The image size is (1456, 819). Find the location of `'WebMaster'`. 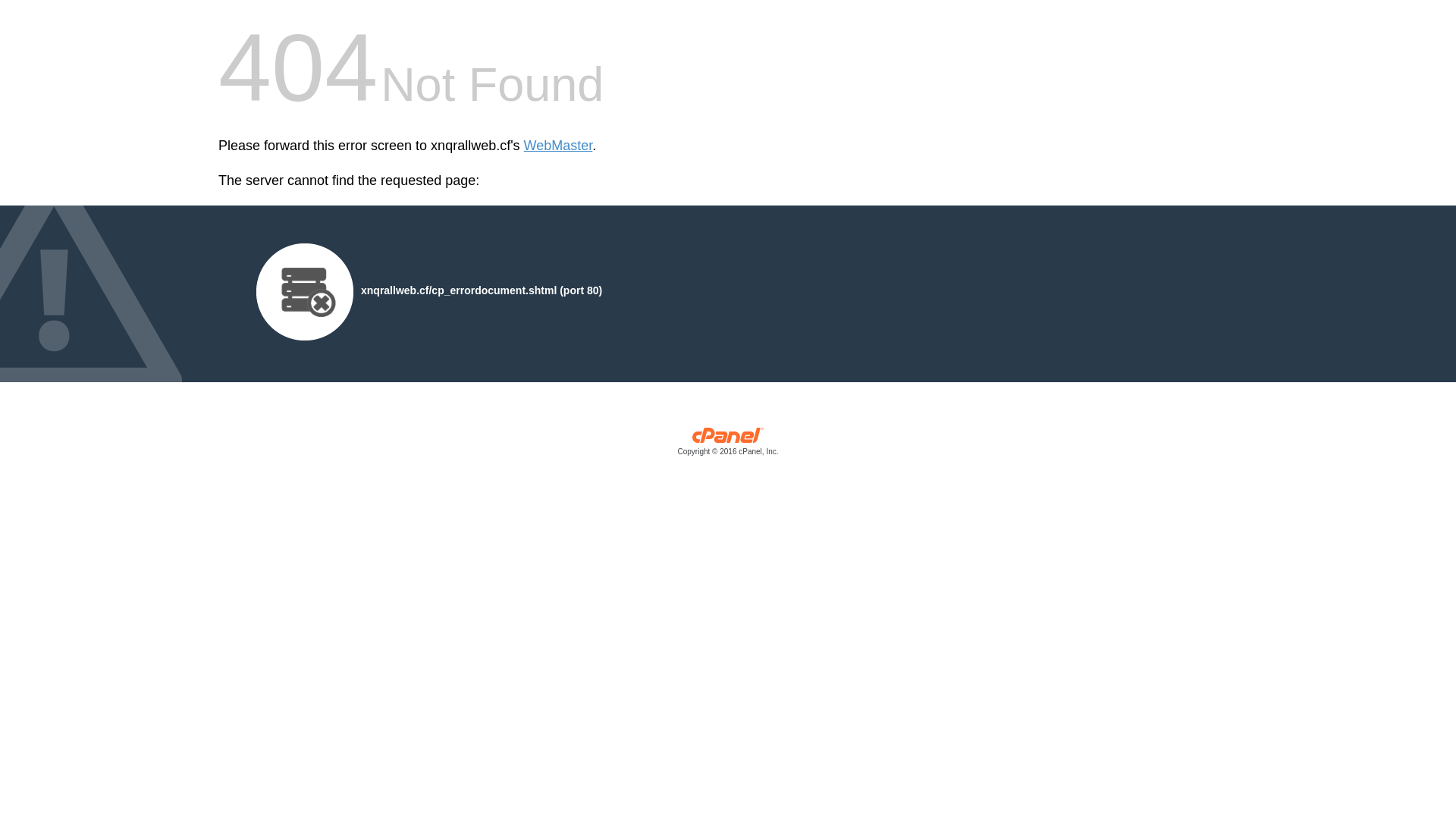

'WebMaster' is located at coordinates (557, 146).